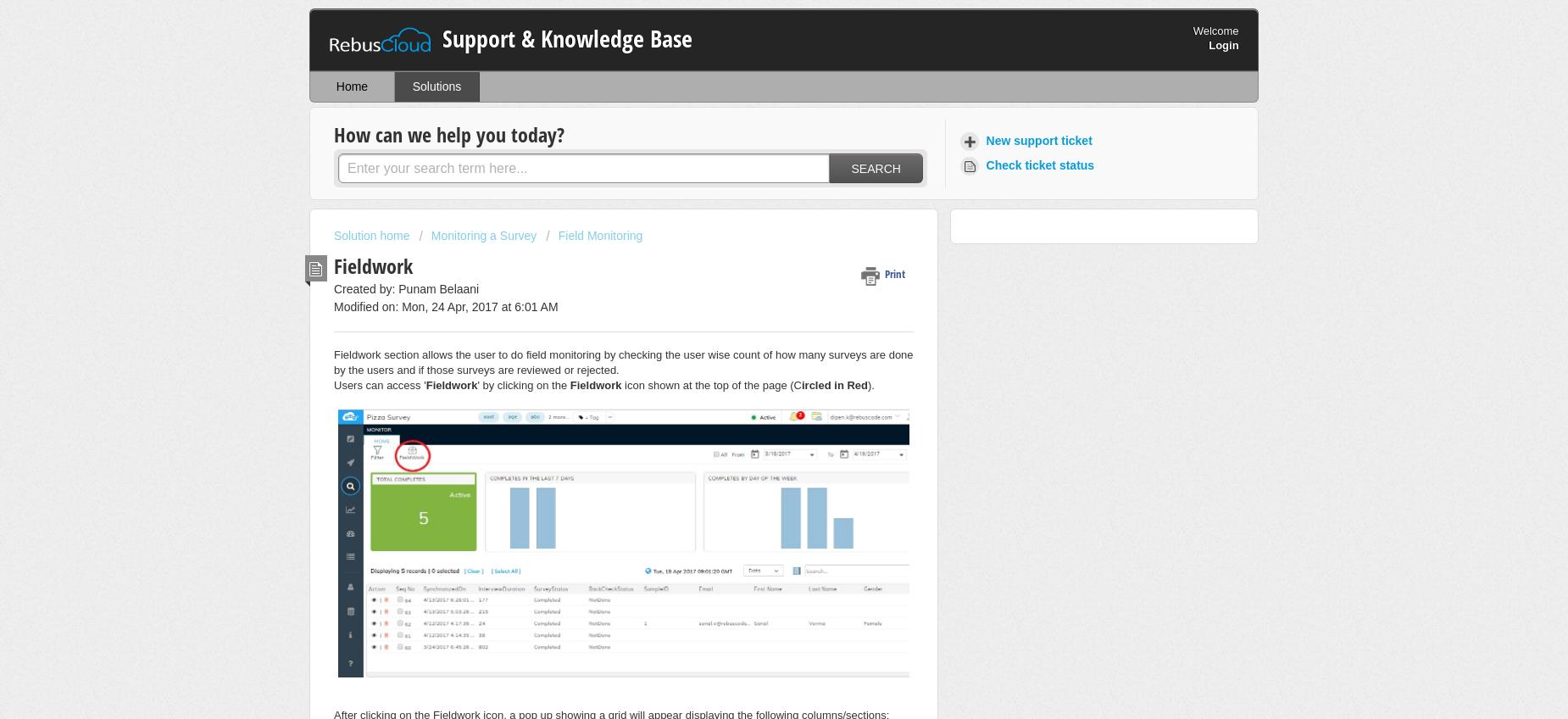 Image resolution: width=1568 pixels, height=719 pixels. What do you see at coordinates (333, 287) in the screenshot?
I see `'Created by: Punam Belaani'` at bounding box center [333, 287].